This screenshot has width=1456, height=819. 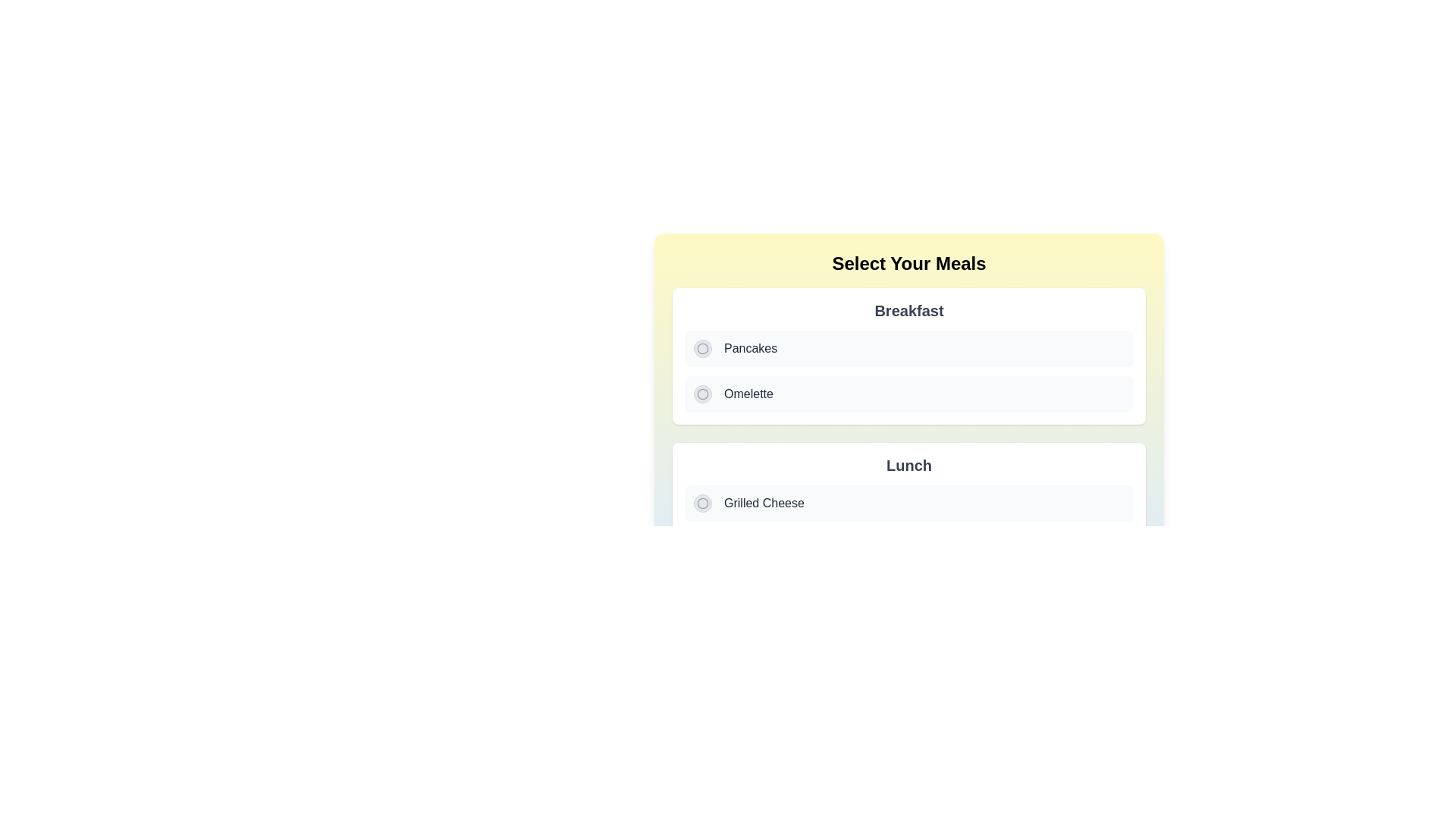 What do you see at coordinates (909, 394) in the screenshot?
I see `to select the 'Omelette' option from the selectable list item with a radio button located under the 'Breakfast' section` at bounding box center [909, 394].